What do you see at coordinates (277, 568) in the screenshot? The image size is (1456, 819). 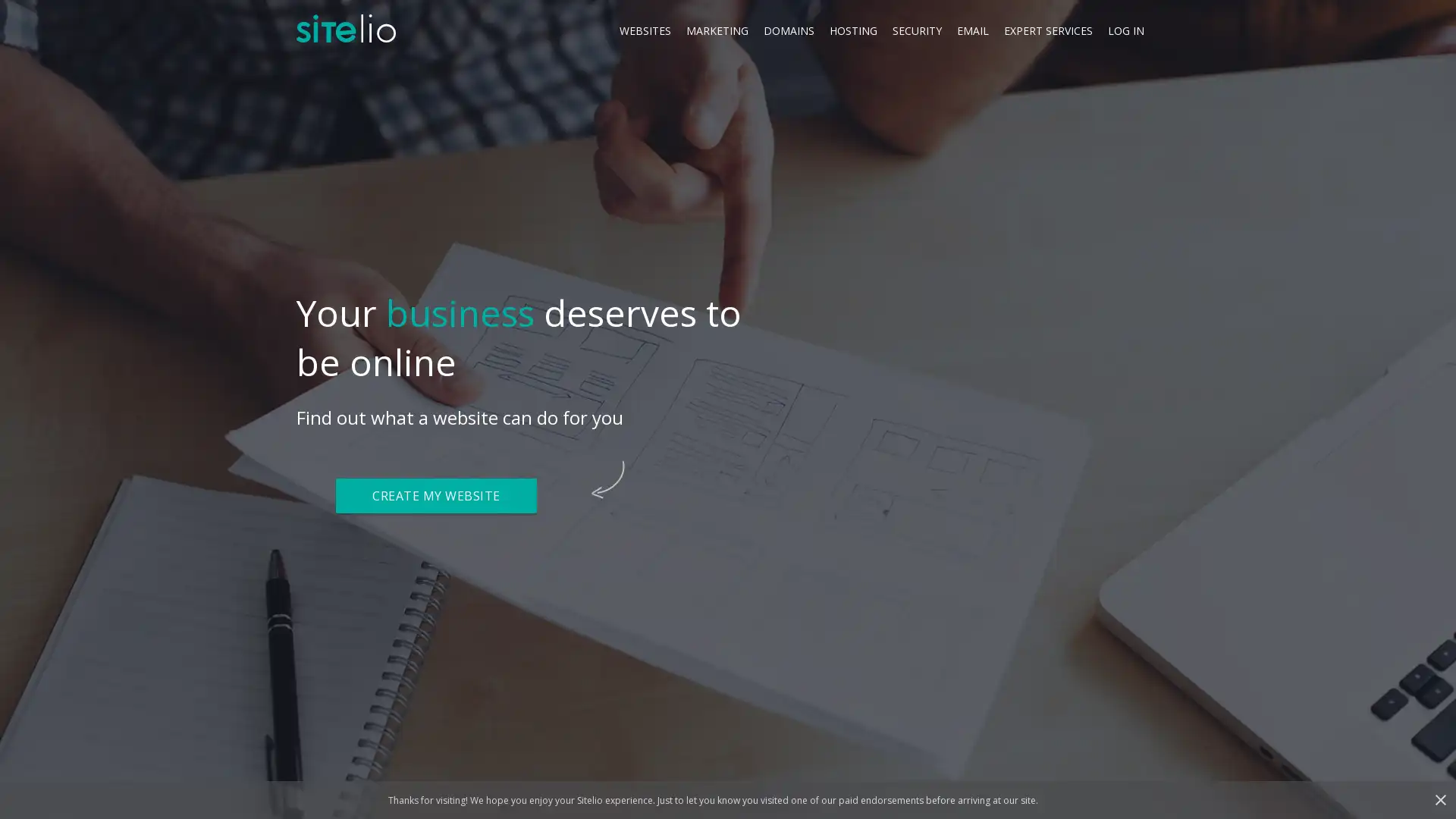 I see `Close` at bounding box center [277, 568].